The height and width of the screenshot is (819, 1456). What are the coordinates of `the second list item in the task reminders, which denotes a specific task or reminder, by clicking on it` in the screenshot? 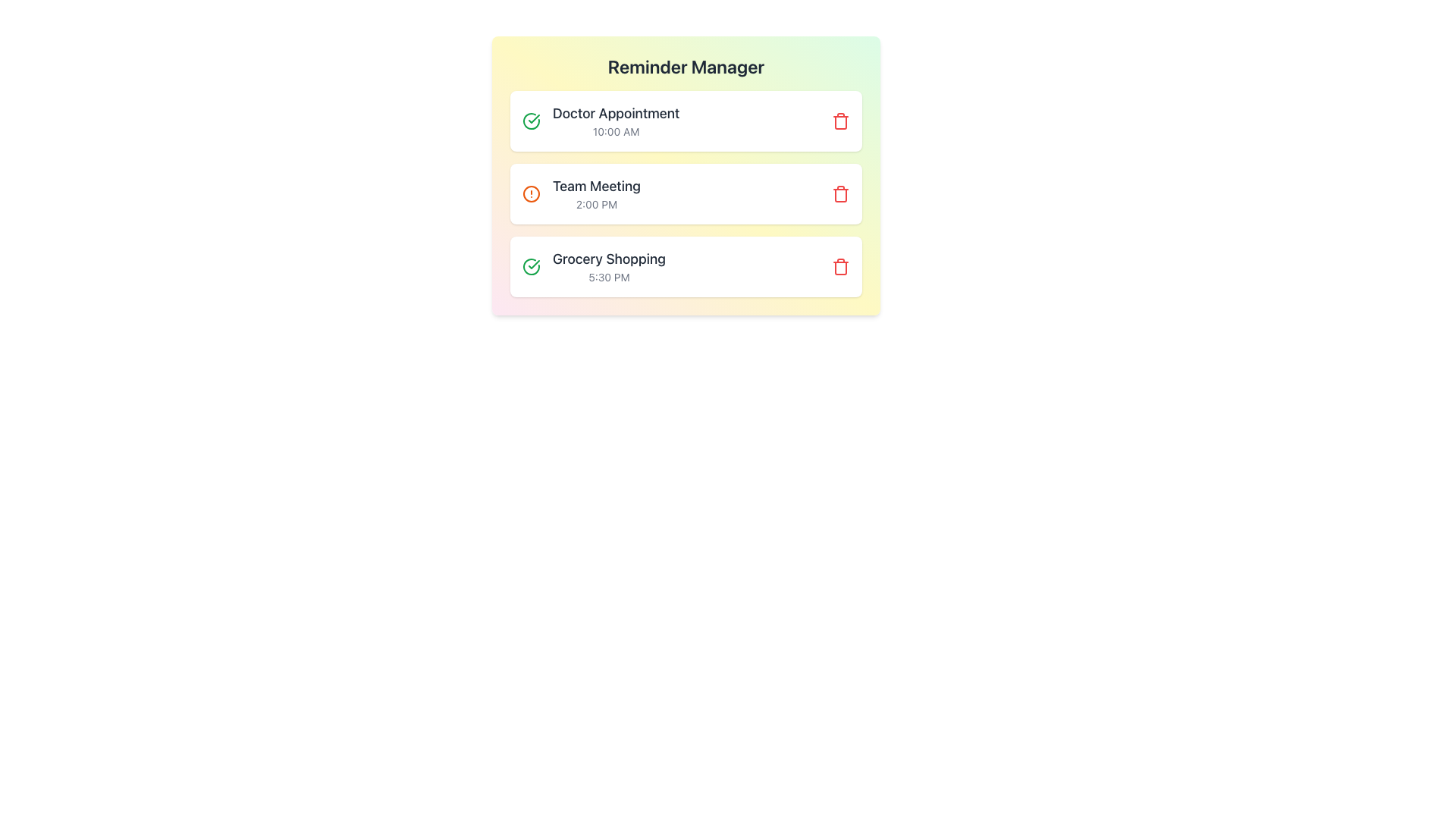 It's located at (596, 193).